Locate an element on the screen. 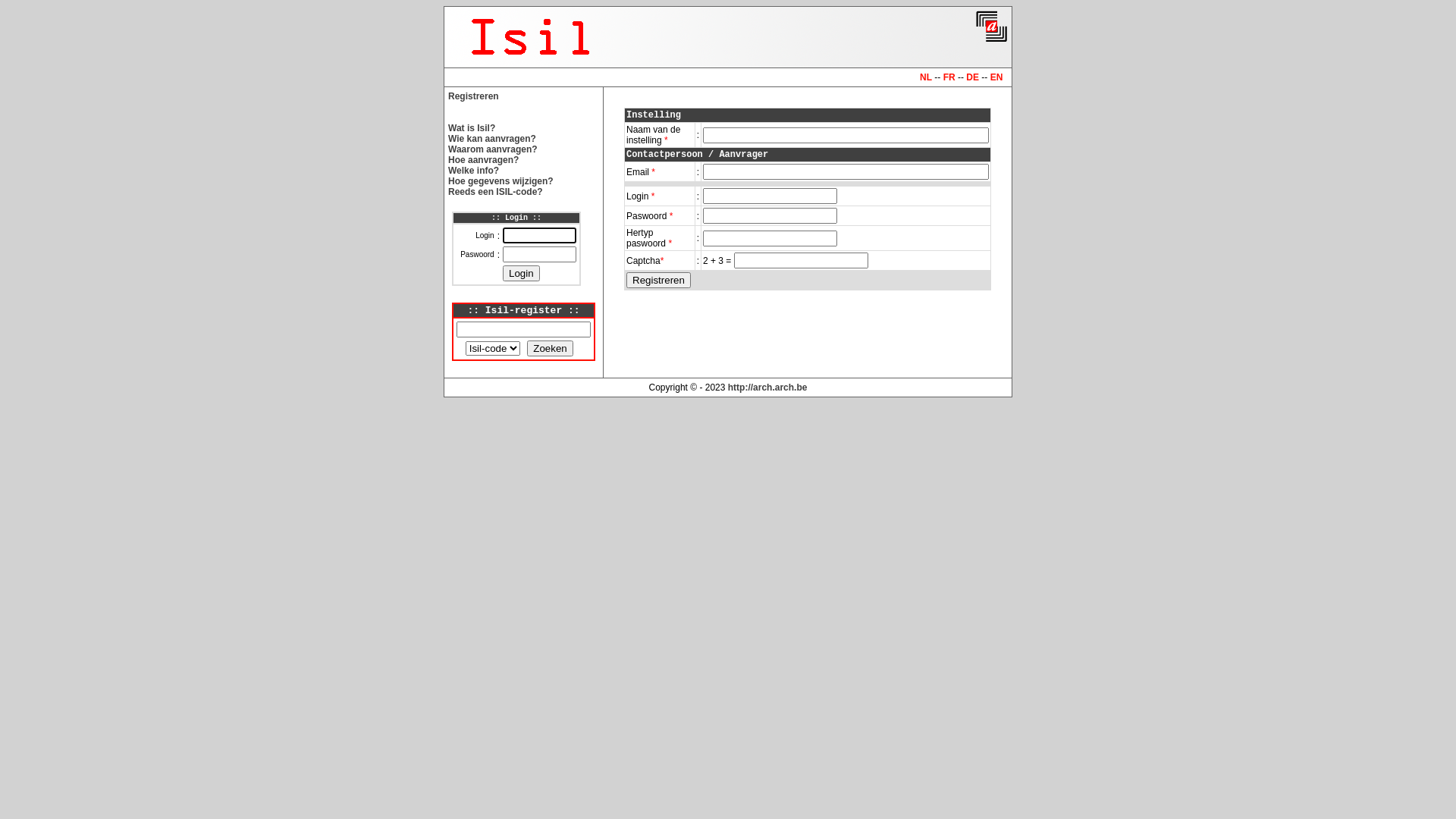  'Registreren' is located at coordinates (658, 280).